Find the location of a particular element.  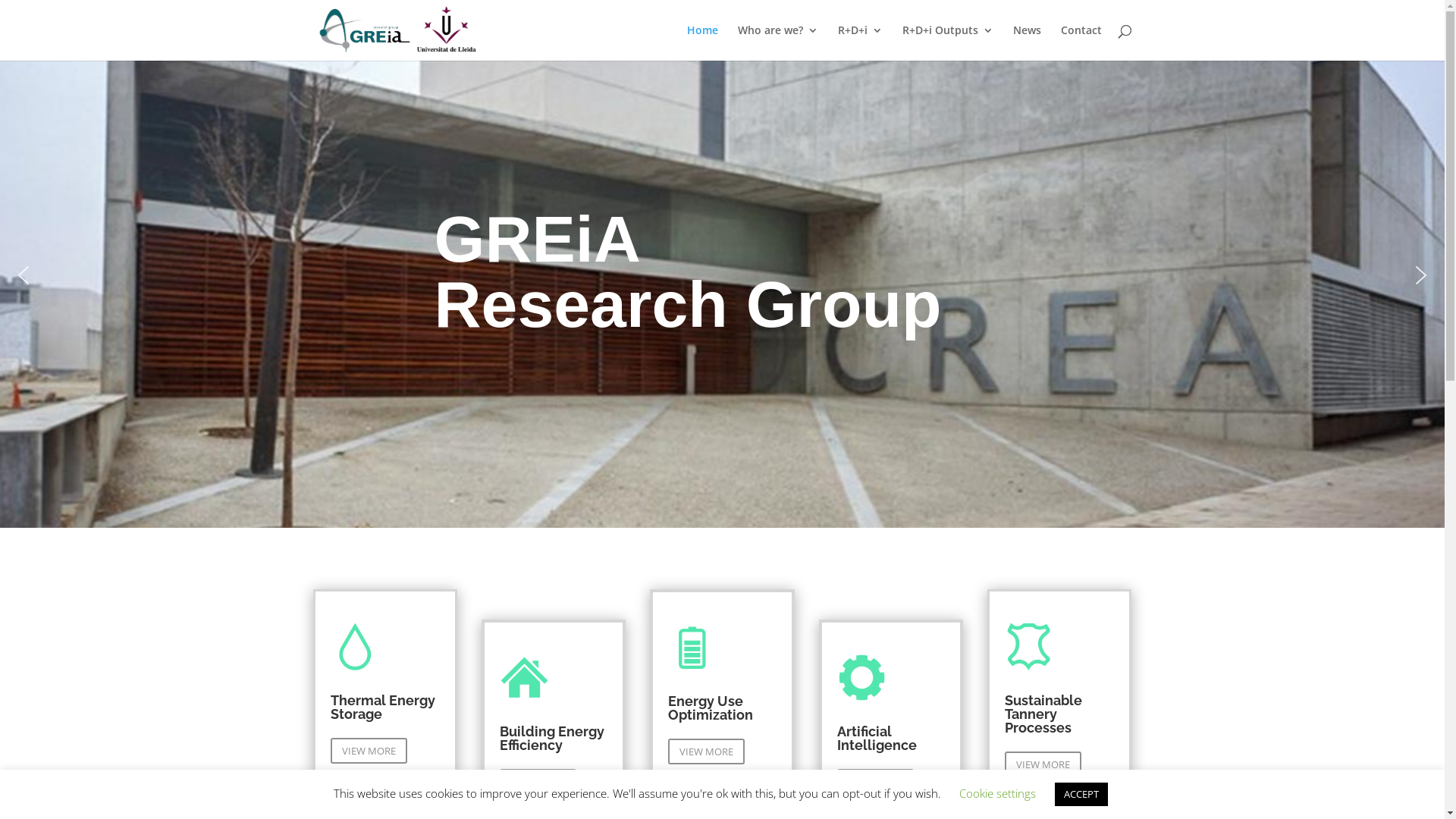

'VIEW MORE' is located at coordinates (705, 752).